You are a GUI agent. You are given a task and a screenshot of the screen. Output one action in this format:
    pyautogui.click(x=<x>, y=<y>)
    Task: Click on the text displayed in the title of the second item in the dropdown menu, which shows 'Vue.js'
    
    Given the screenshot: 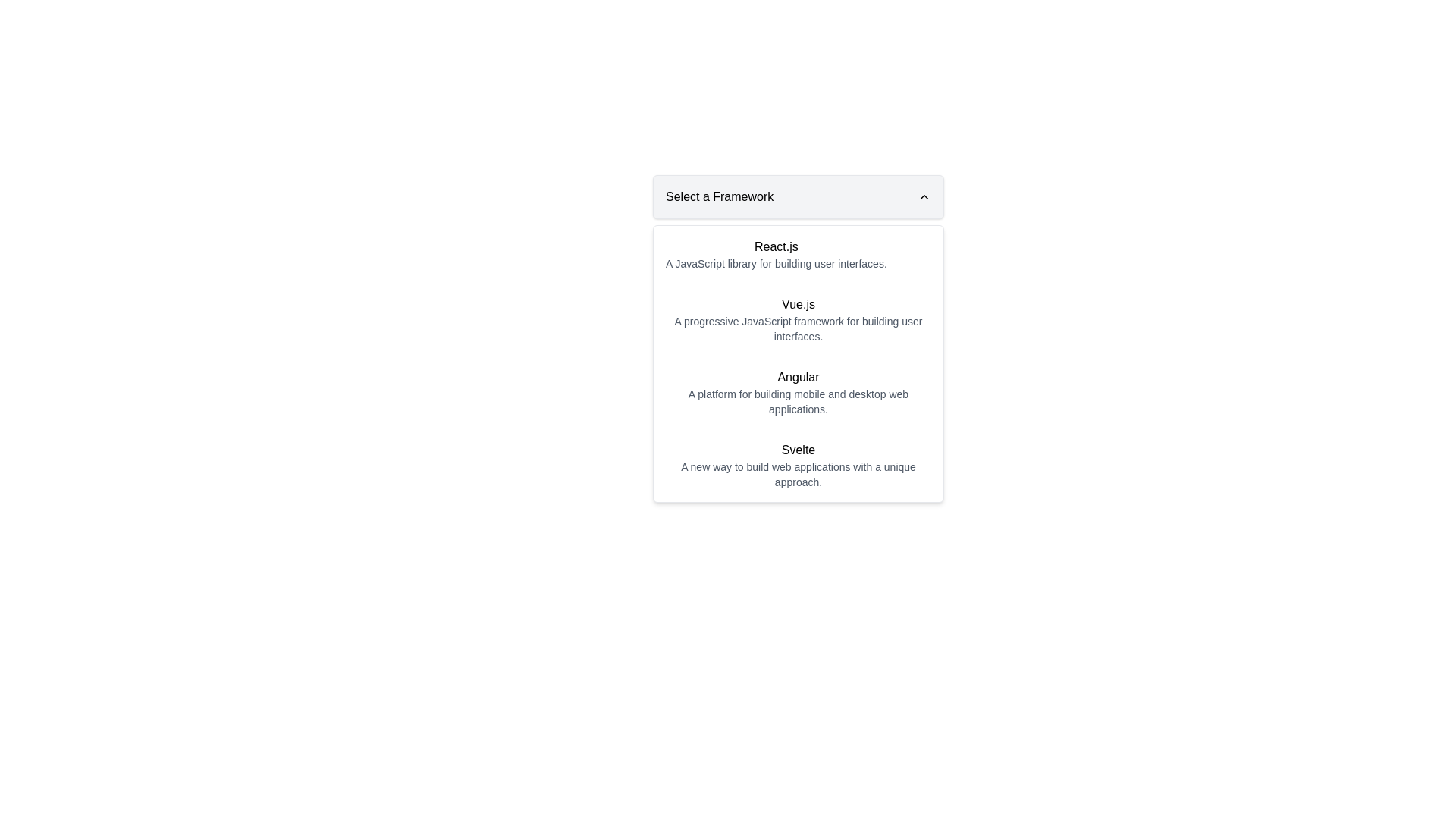 What is the action you would take?
    pyautogui.click(x=797, y=304)
    